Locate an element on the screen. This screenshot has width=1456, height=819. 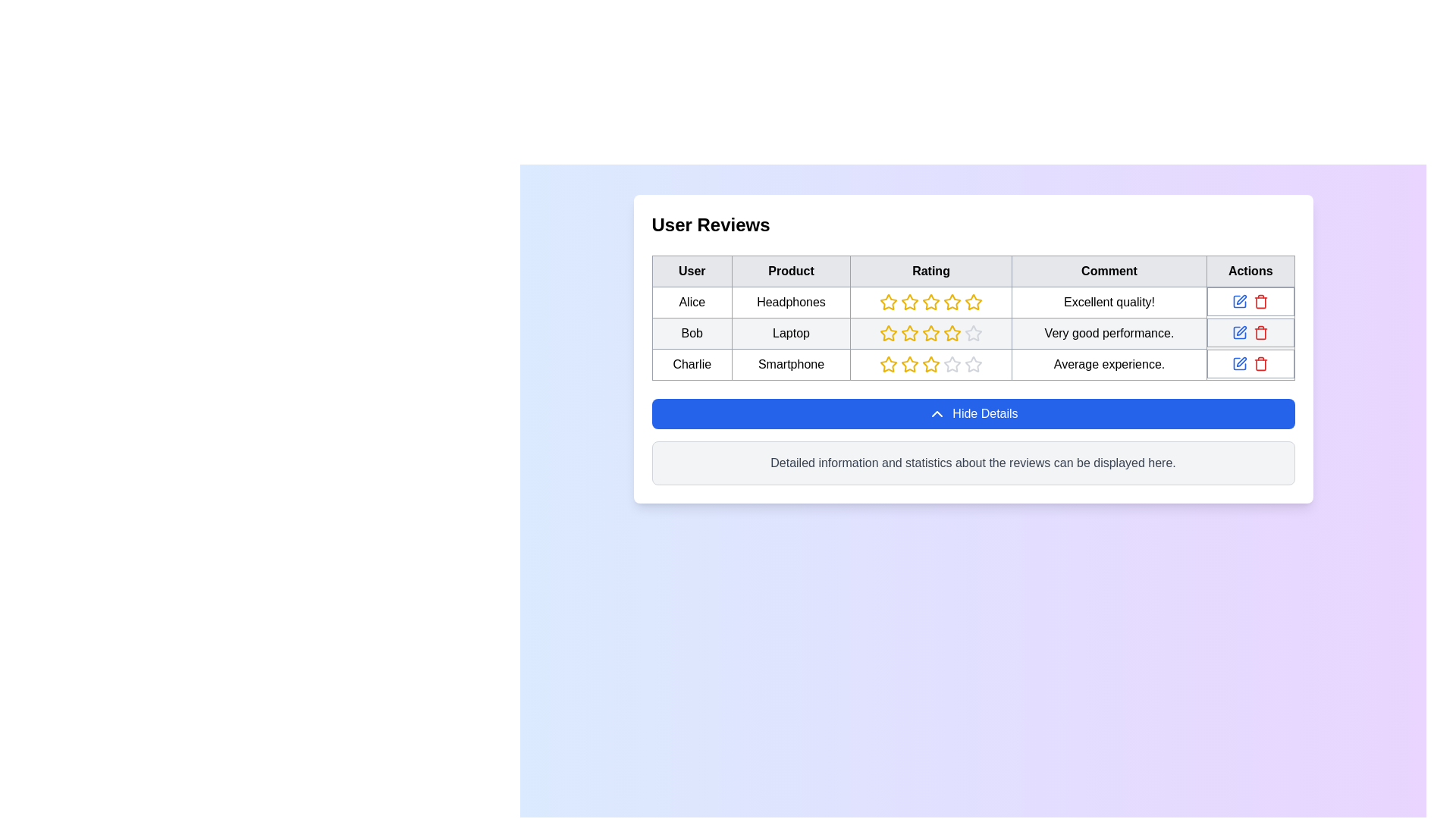
the third star icon in the rating column for the 'Charlie' user entry to reflect a rating is located at coordinates (930, 364).